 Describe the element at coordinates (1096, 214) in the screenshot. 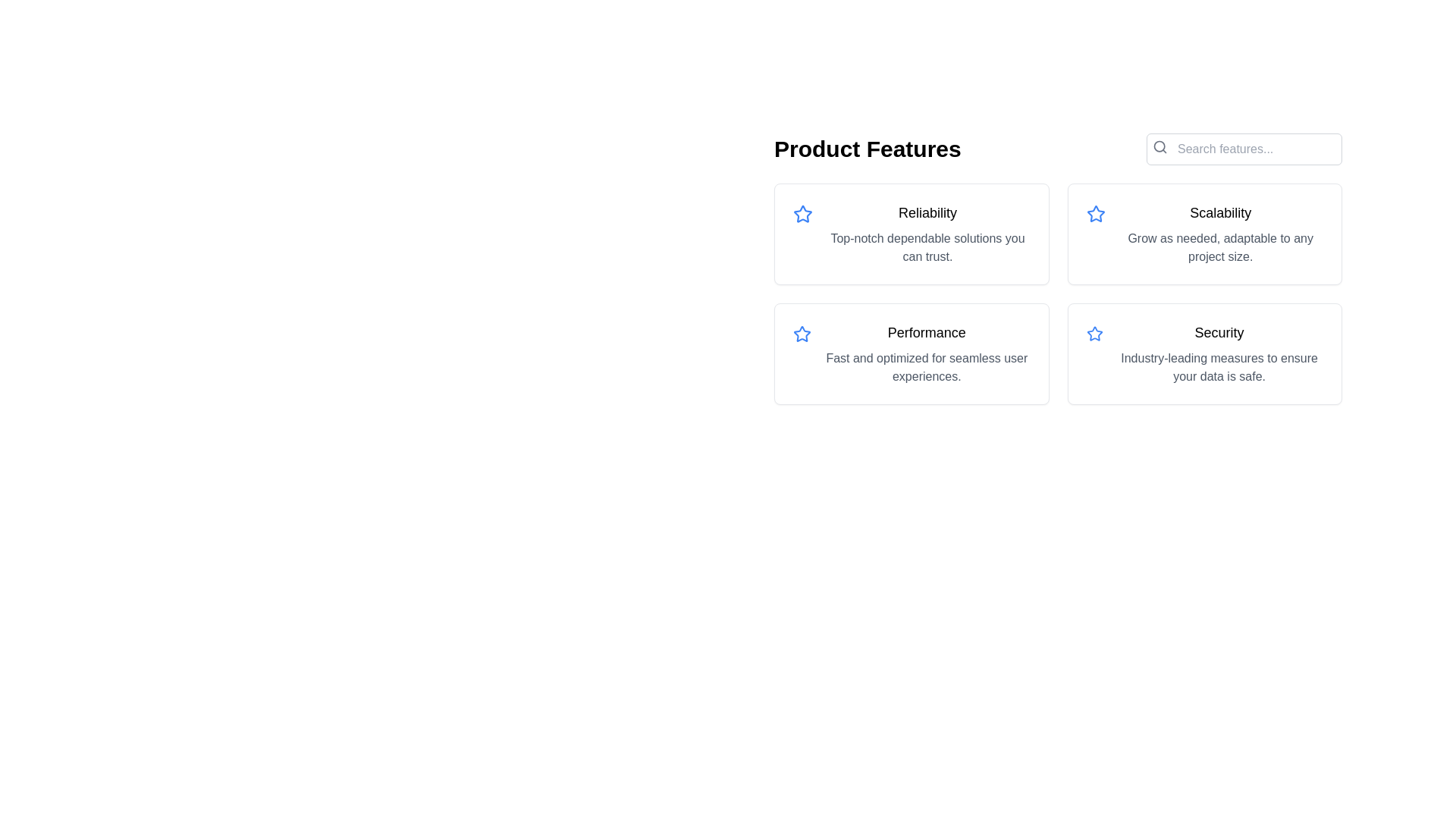

I see `the blue star-shaped icon associated with the 'Scalability' title` at that location.